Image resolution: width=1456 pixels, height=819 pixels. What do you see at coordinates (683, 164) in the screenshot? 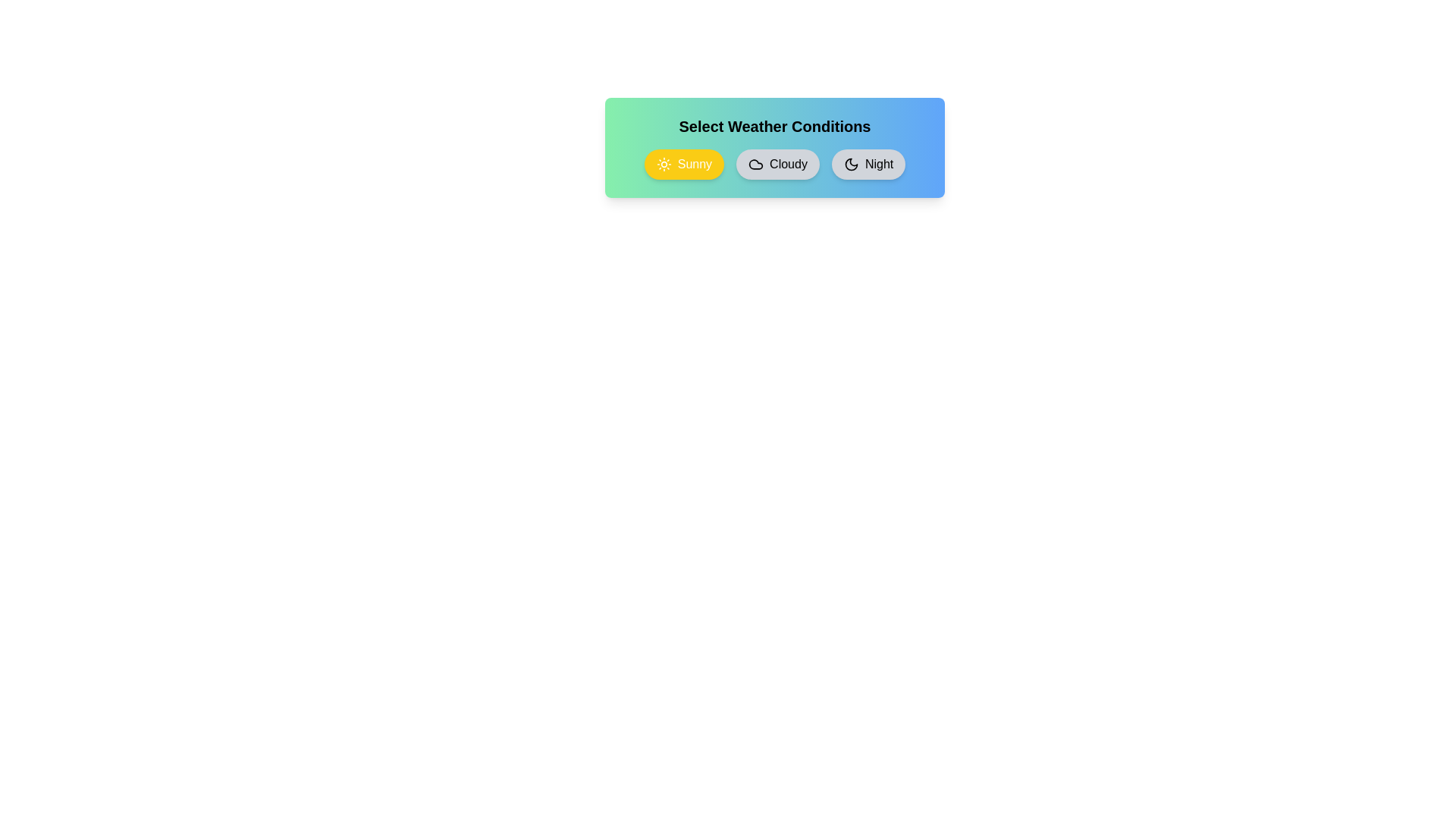
I see `the weather condition Sunny by clicking on its chip` at bounding box center [683, 164].